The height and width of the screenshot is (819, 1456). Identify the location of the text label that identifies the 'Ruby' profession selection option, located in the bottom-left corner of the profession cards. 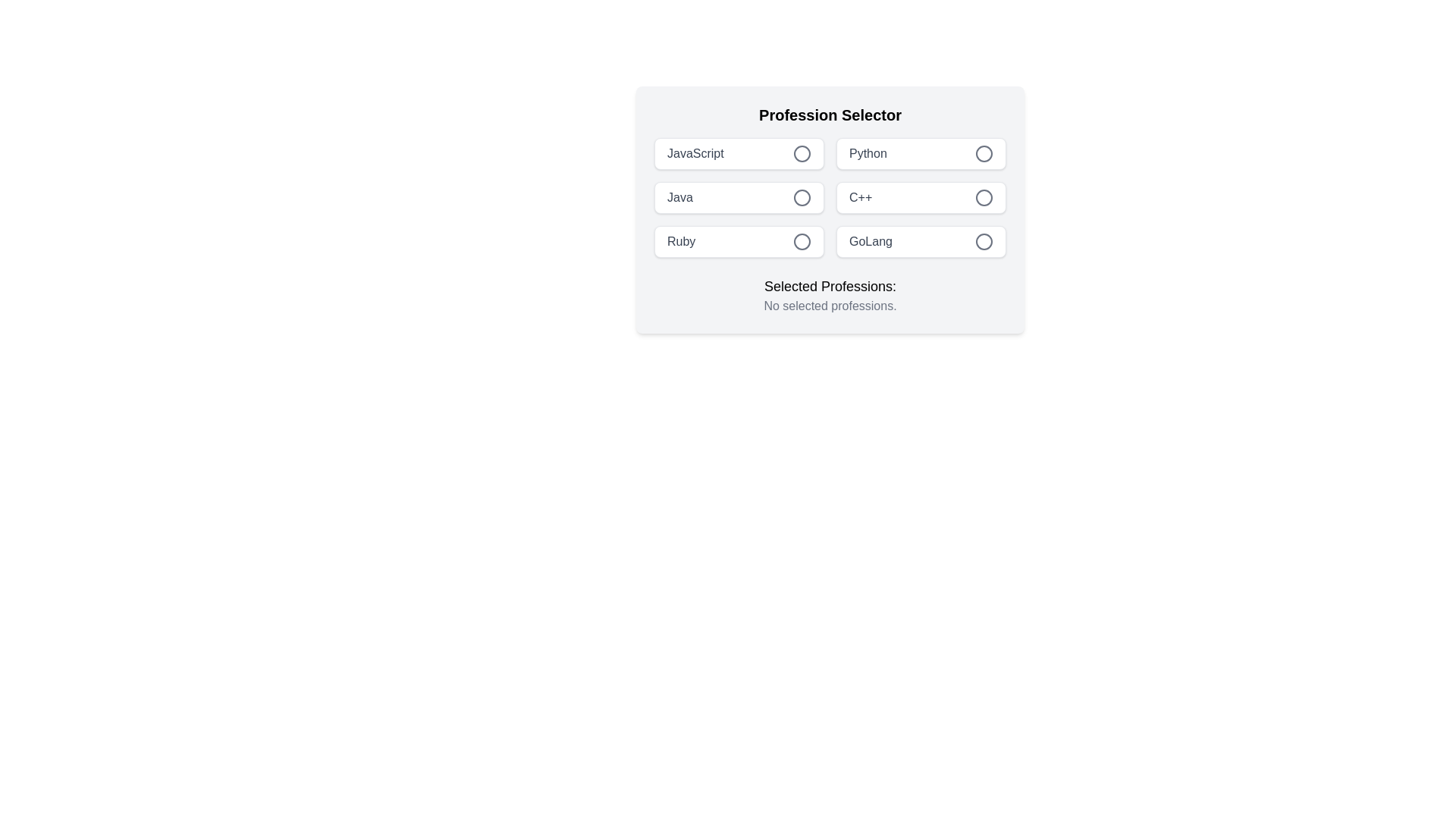
(680, 241).